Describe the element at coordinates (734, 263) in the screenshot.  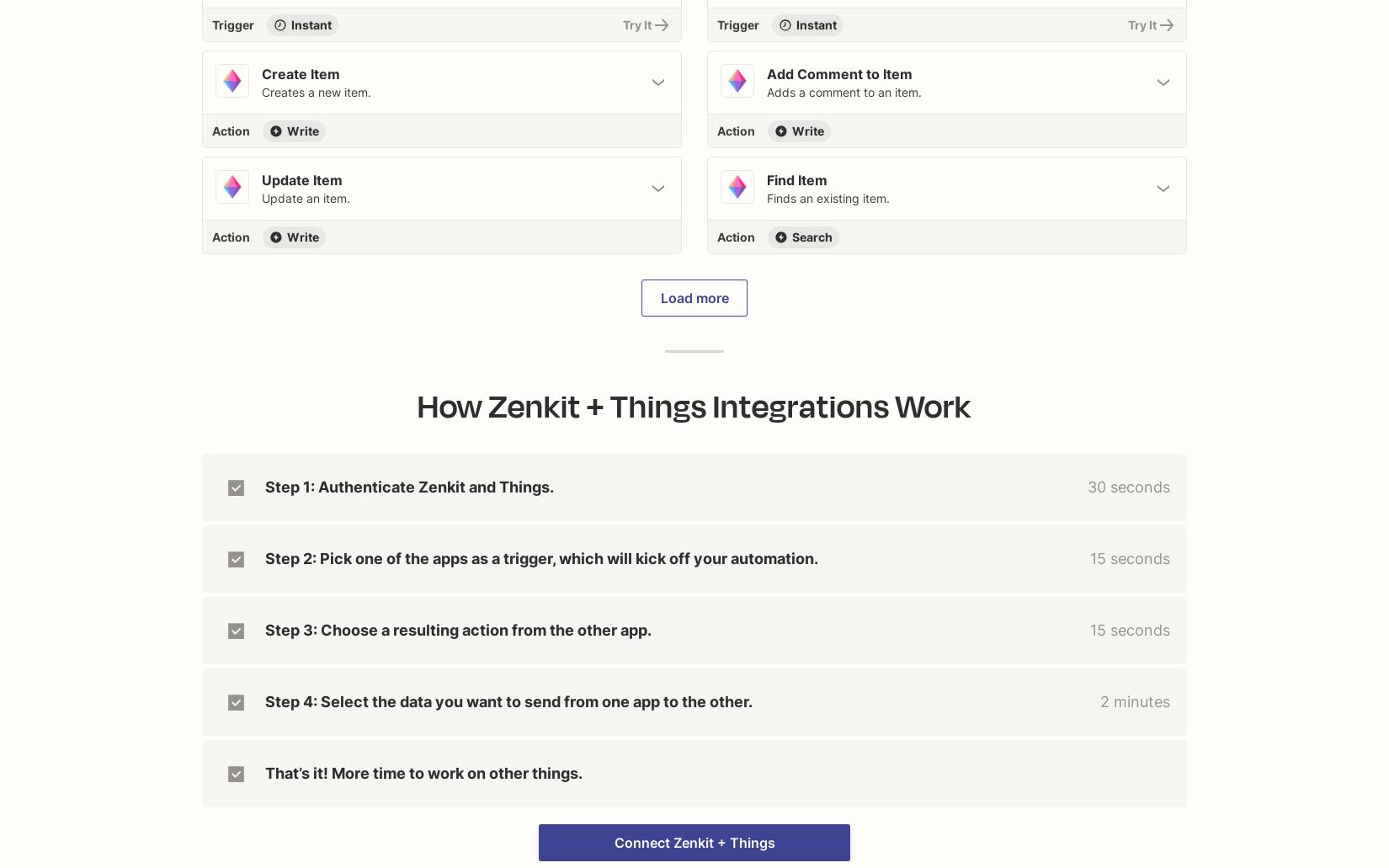
I see `'Find existing data in your app'` at that location.